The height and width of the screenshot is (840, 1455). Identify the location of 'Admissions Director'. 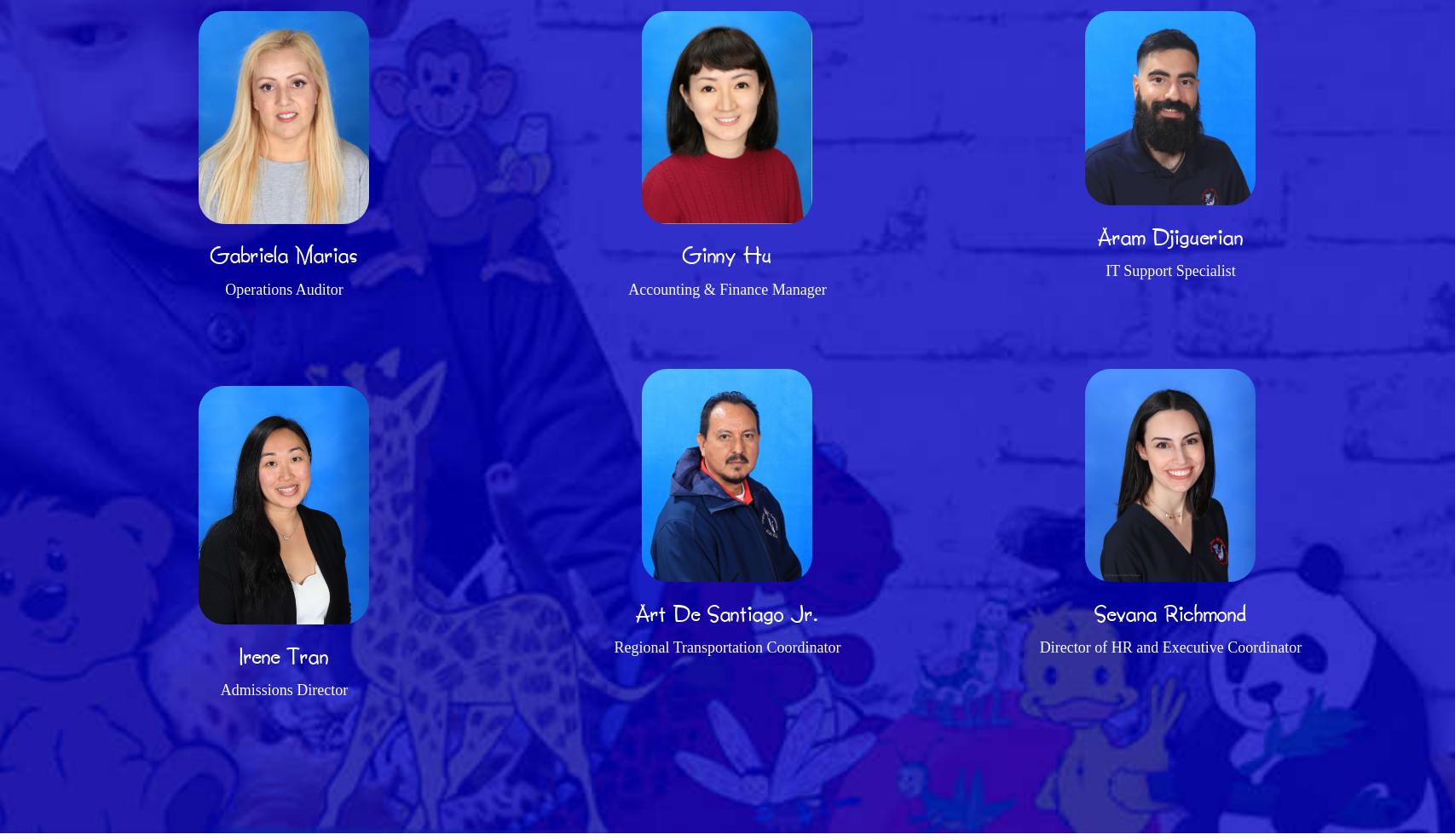
(284, 689).